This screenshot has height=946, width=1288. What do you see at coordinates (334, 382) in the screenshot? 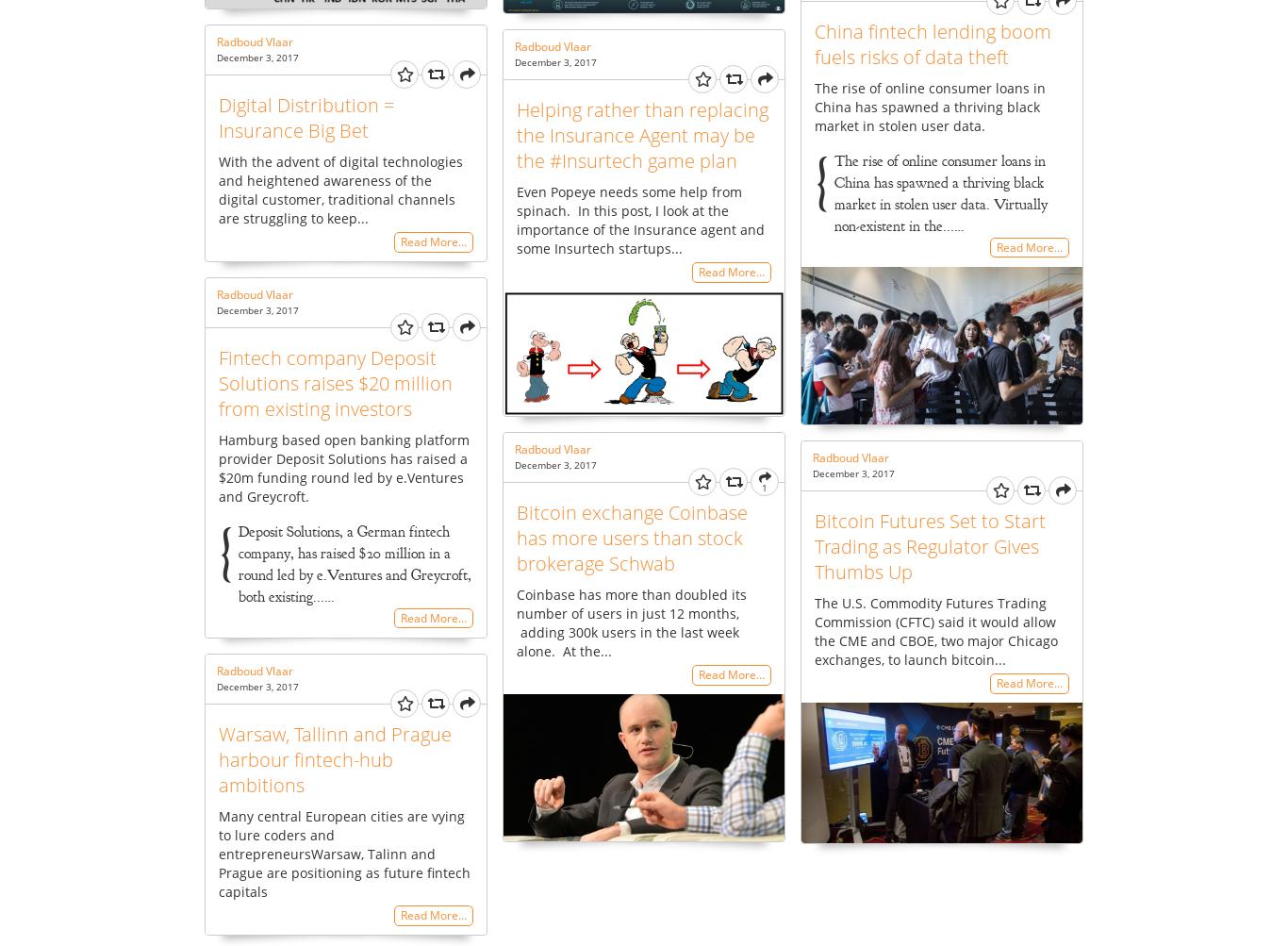
I see `'Fintech company Deposit Solutions raises $20 million from existing investors'` at bounding box center [334, 382].